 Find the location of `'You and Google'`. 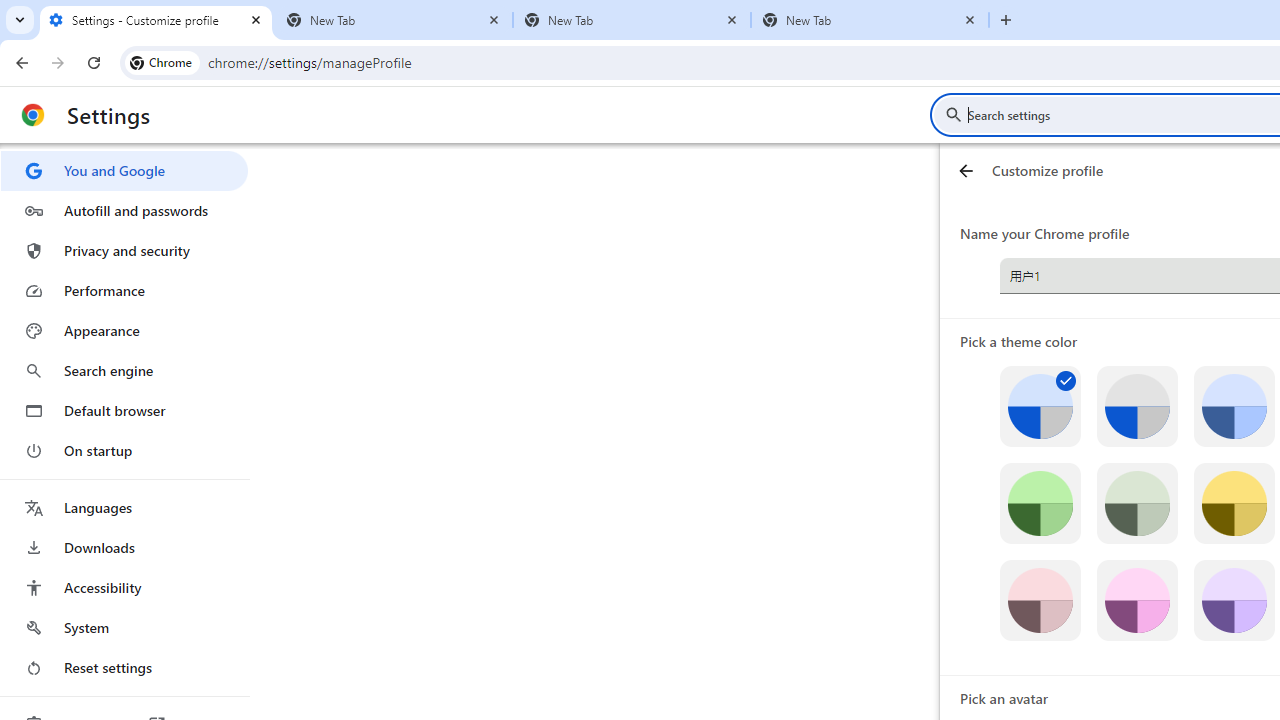

'You and Google' is located at coordinates (123, 170).